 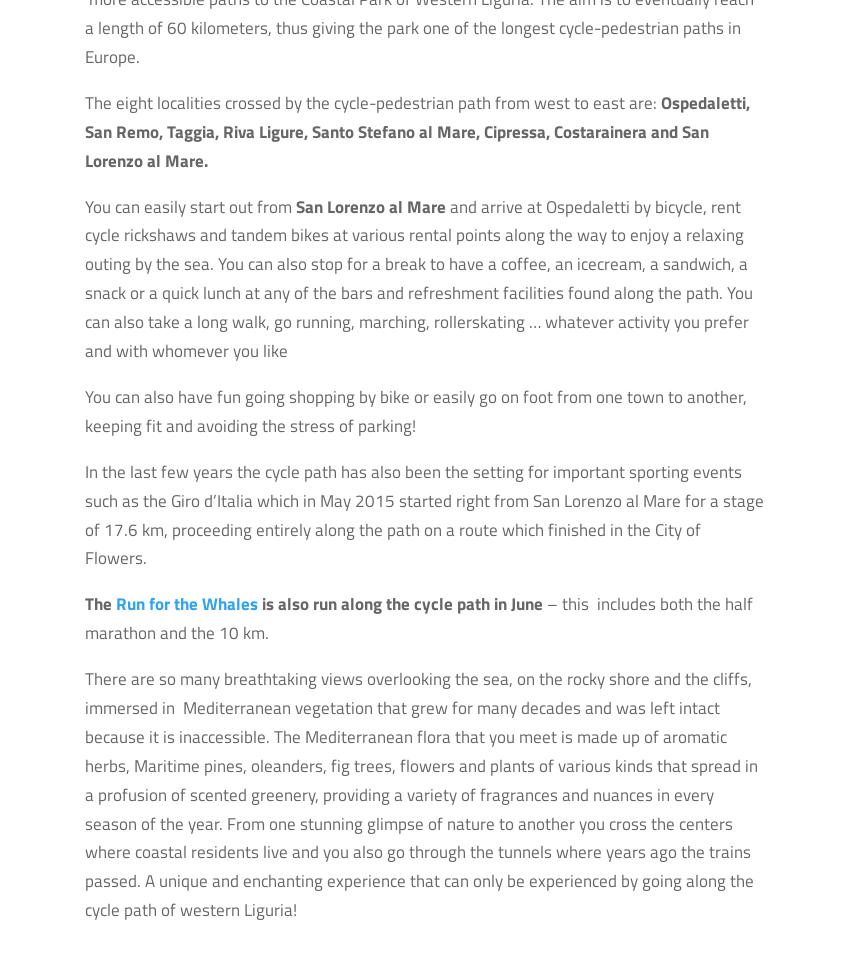 What do you see at coordinates (370, 206) in the screenshot?
I see `'San Lorenzo al Mare'` at bounding box center [370, 206].